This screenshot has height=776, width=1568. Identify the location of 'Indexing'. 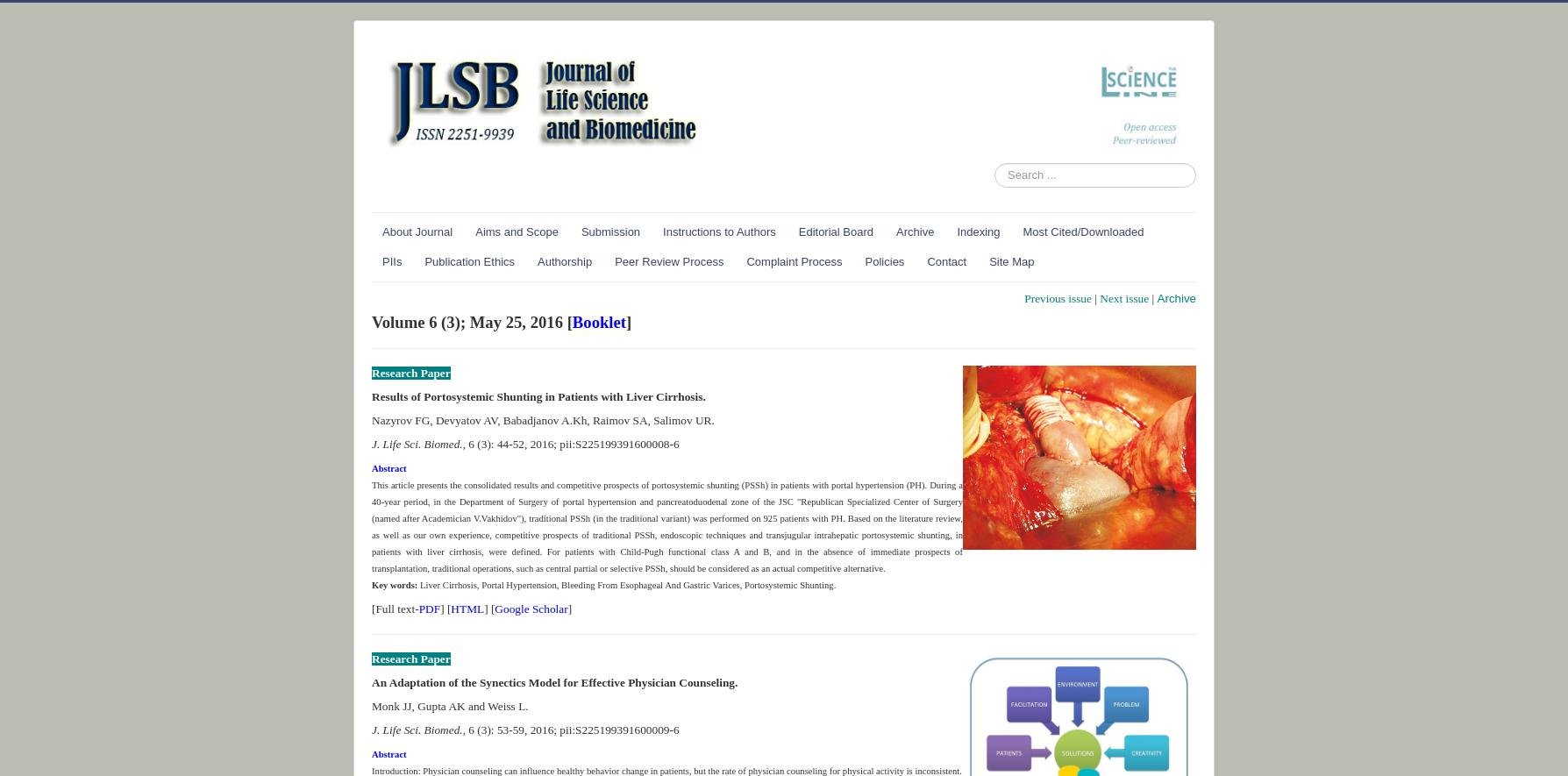
(978, 231).